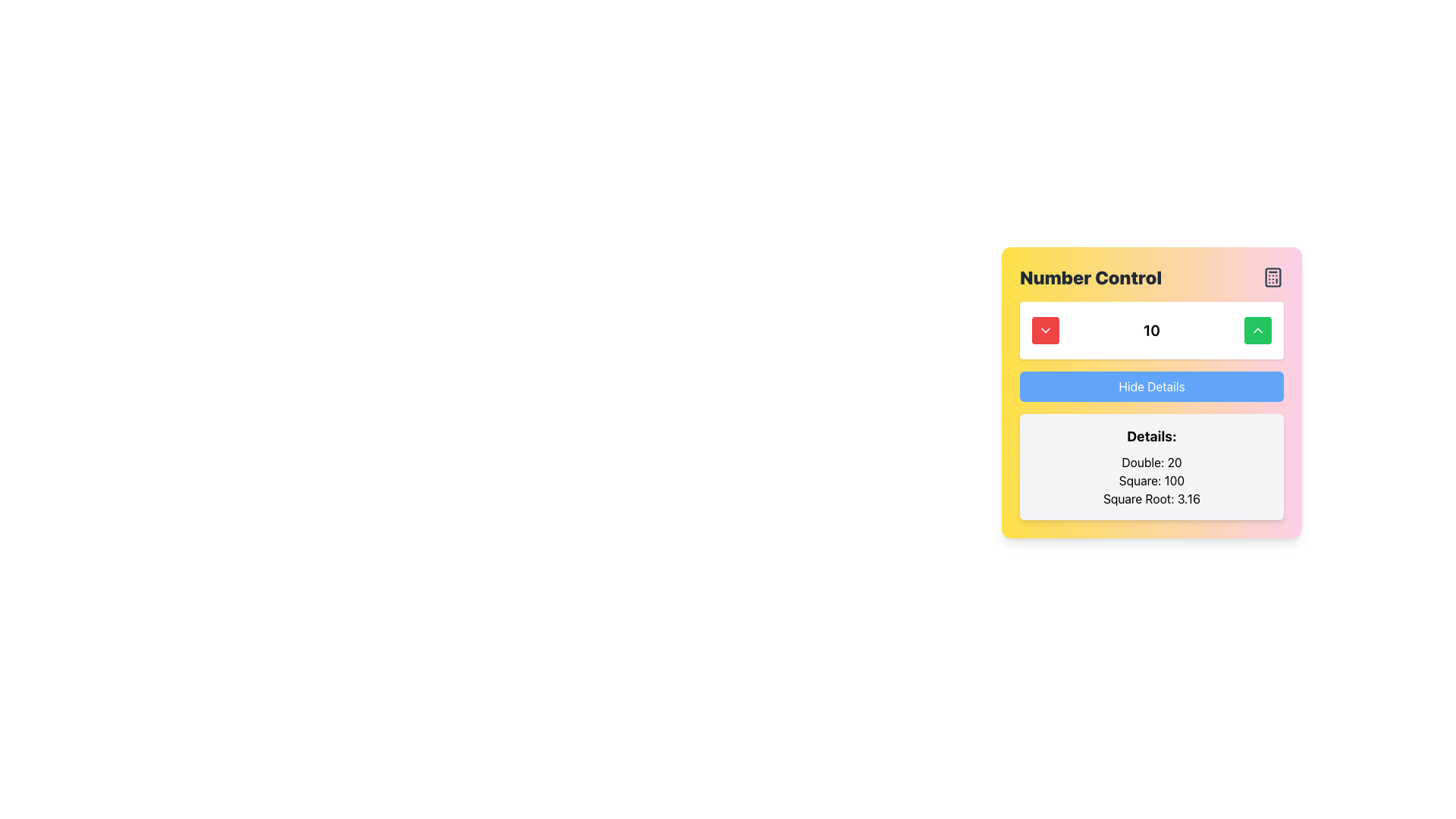 Image resolution: width=1456 pixels, height=819 pixels. I want to click on the static text element that displays the value set by the number control interface, located centrally within the rectangular control group near the top center of the 'Number Control' box, so click(1151, 329).